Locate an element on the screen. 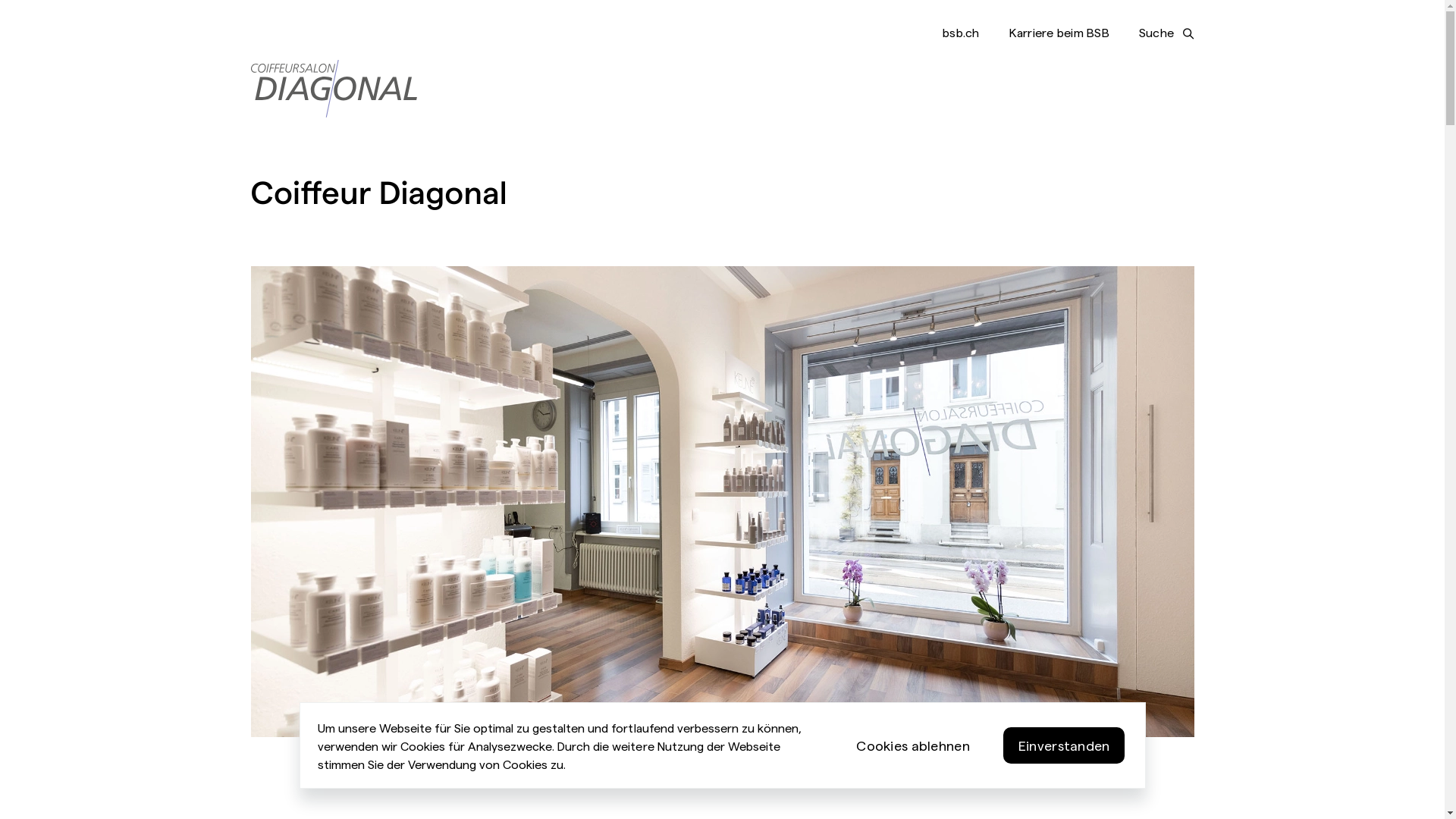  'bsb.ch' is located at coordinates (960, 32).